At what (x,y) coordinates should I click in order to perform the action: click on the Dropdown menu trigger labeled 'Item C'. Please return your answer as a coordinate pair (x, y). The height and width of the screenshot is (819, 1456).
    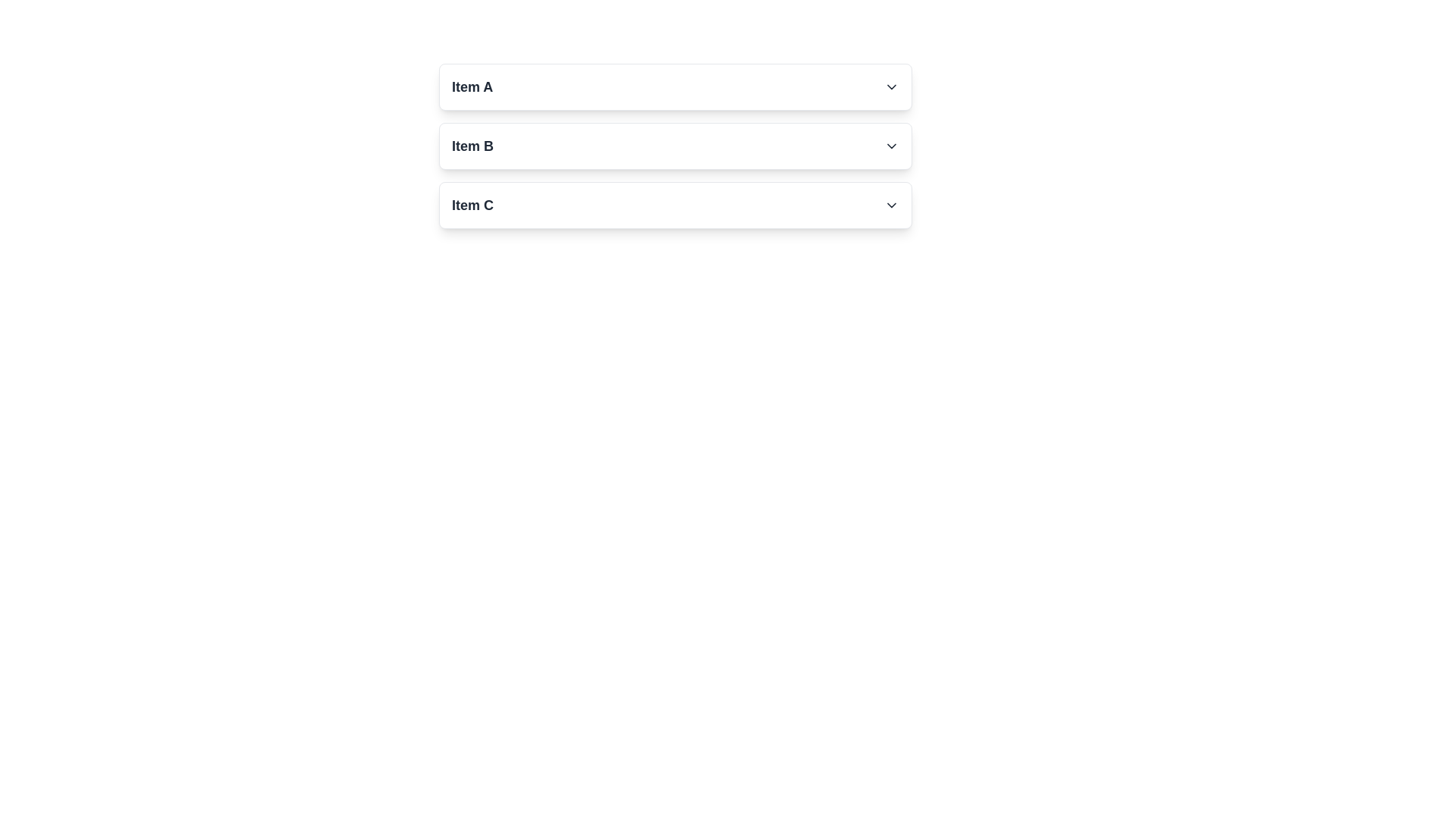
    Looking at the image, I should click on (675, 205).